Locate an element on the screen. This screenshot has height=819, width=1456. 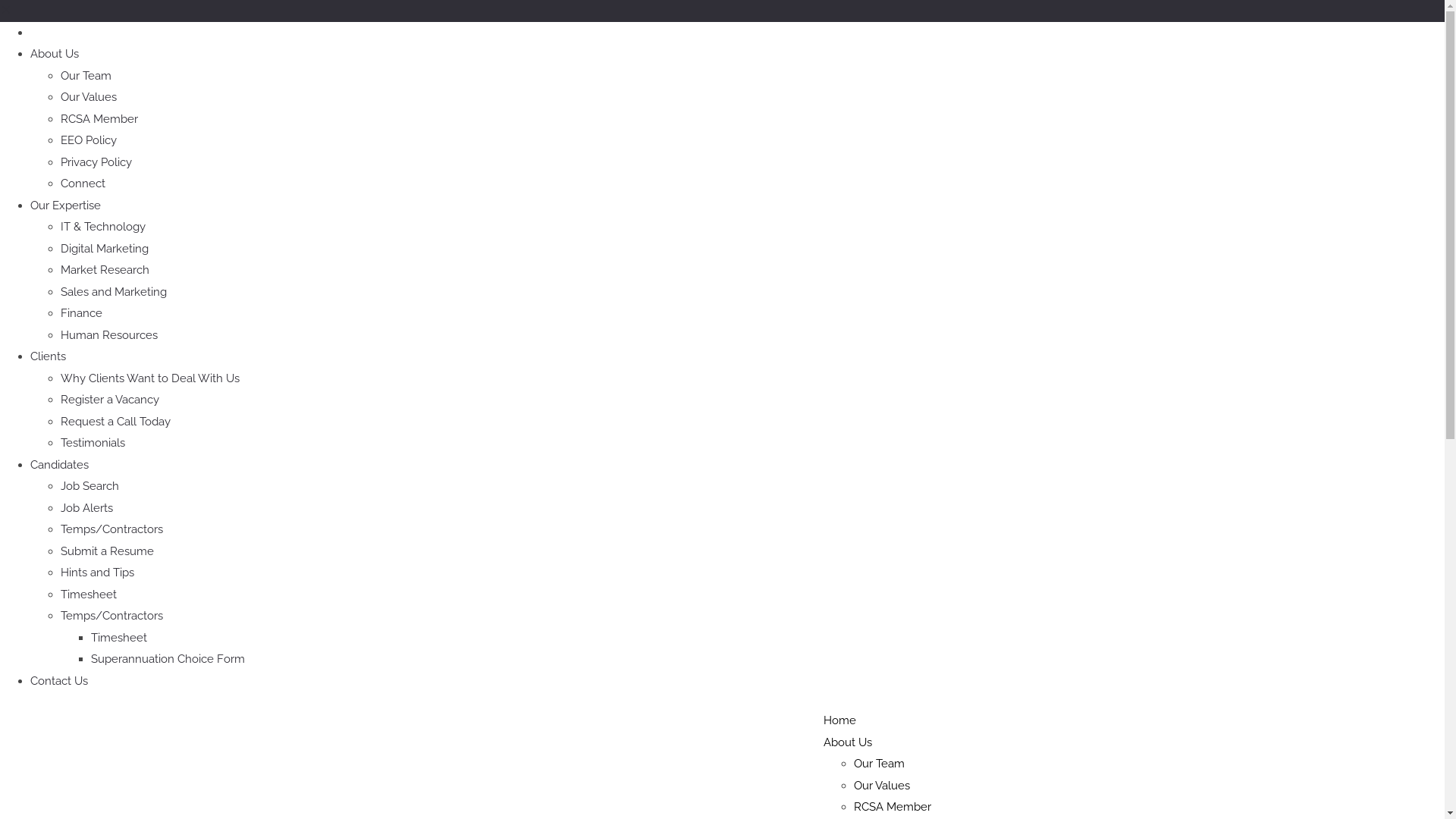
'Clients' is located at coordinates (30, 356).